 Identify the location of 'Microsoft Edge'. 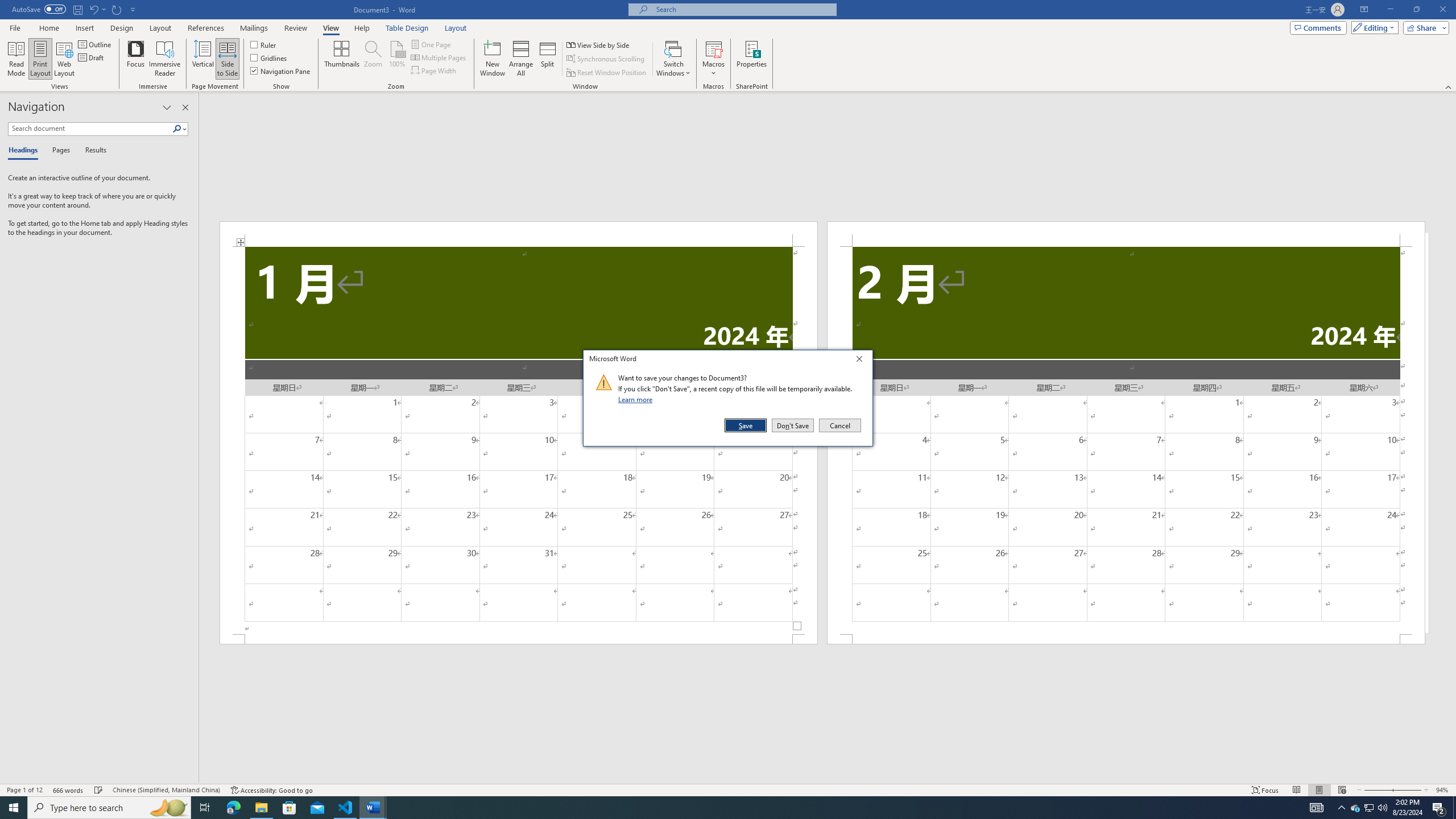
(233, 806).